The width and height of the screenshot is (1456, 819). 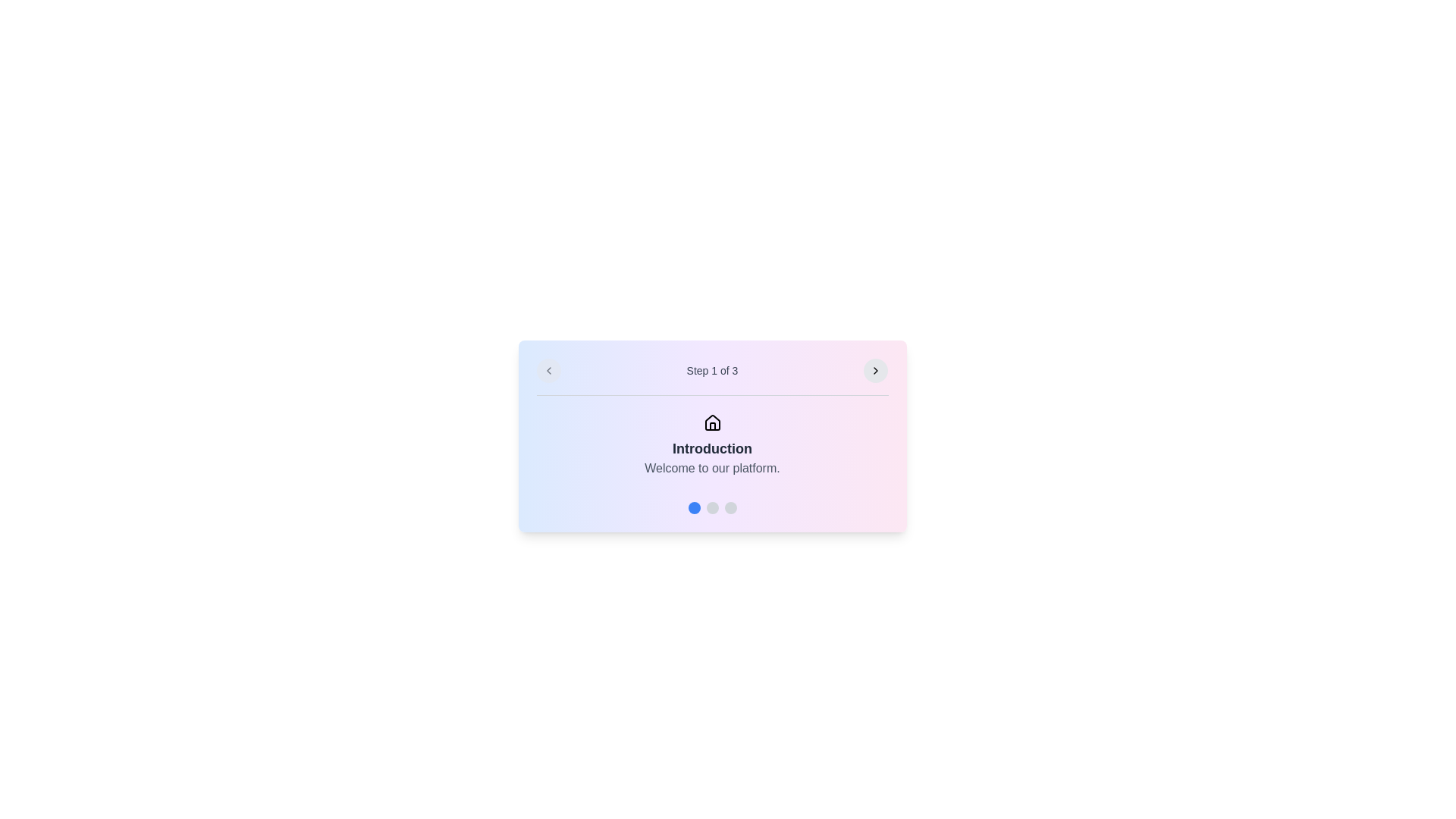 I want to click on the chevron-right icon located at the top-right corner of the navigation header to proceed to the next step, so click(x=876, y=371).